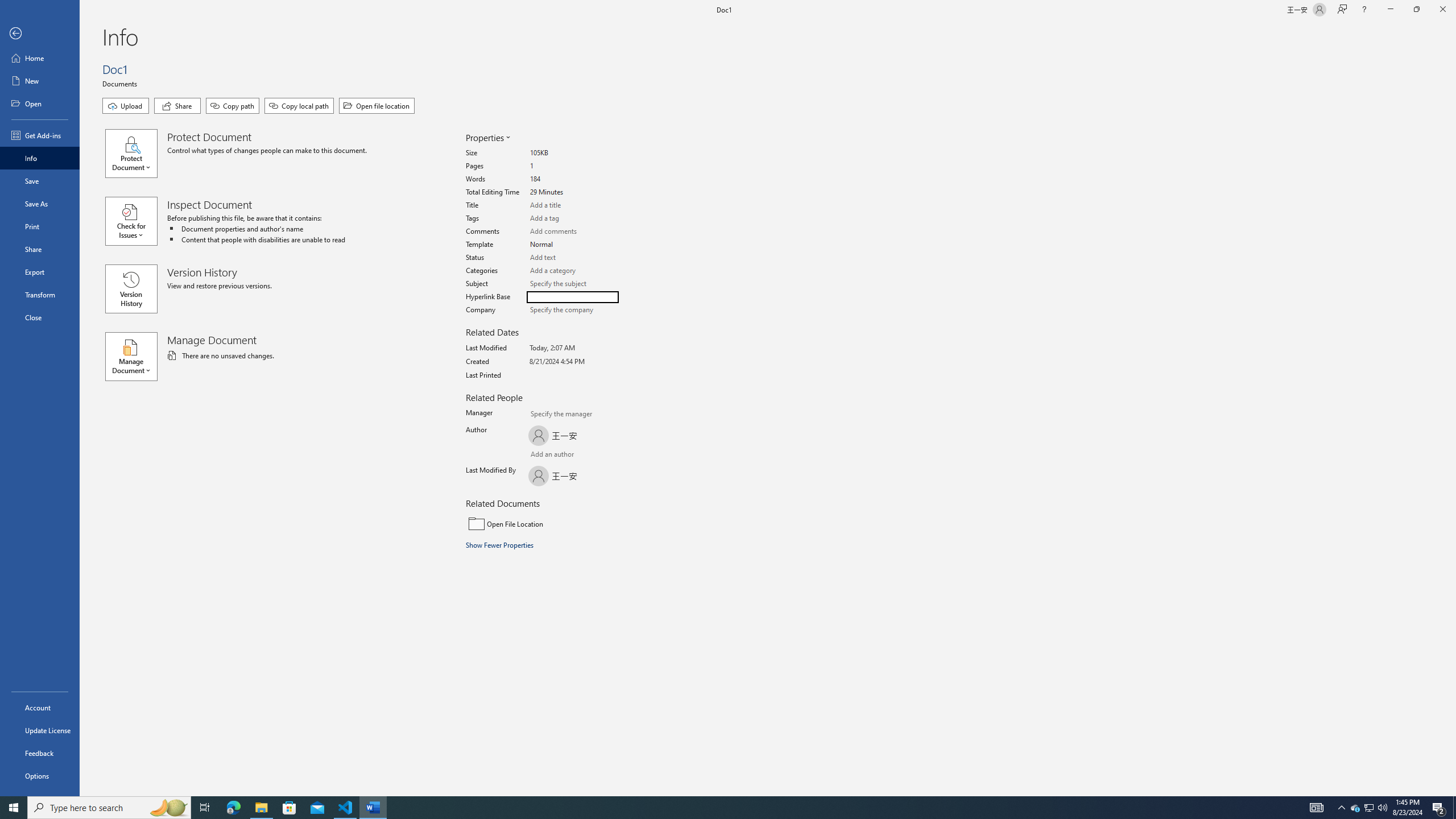 Image resolution: width=1456 pixels, height=819 pixels. Describe the element at coordinates (136, 220) in the screenshot. I see `'Check for Issues'` at that location.